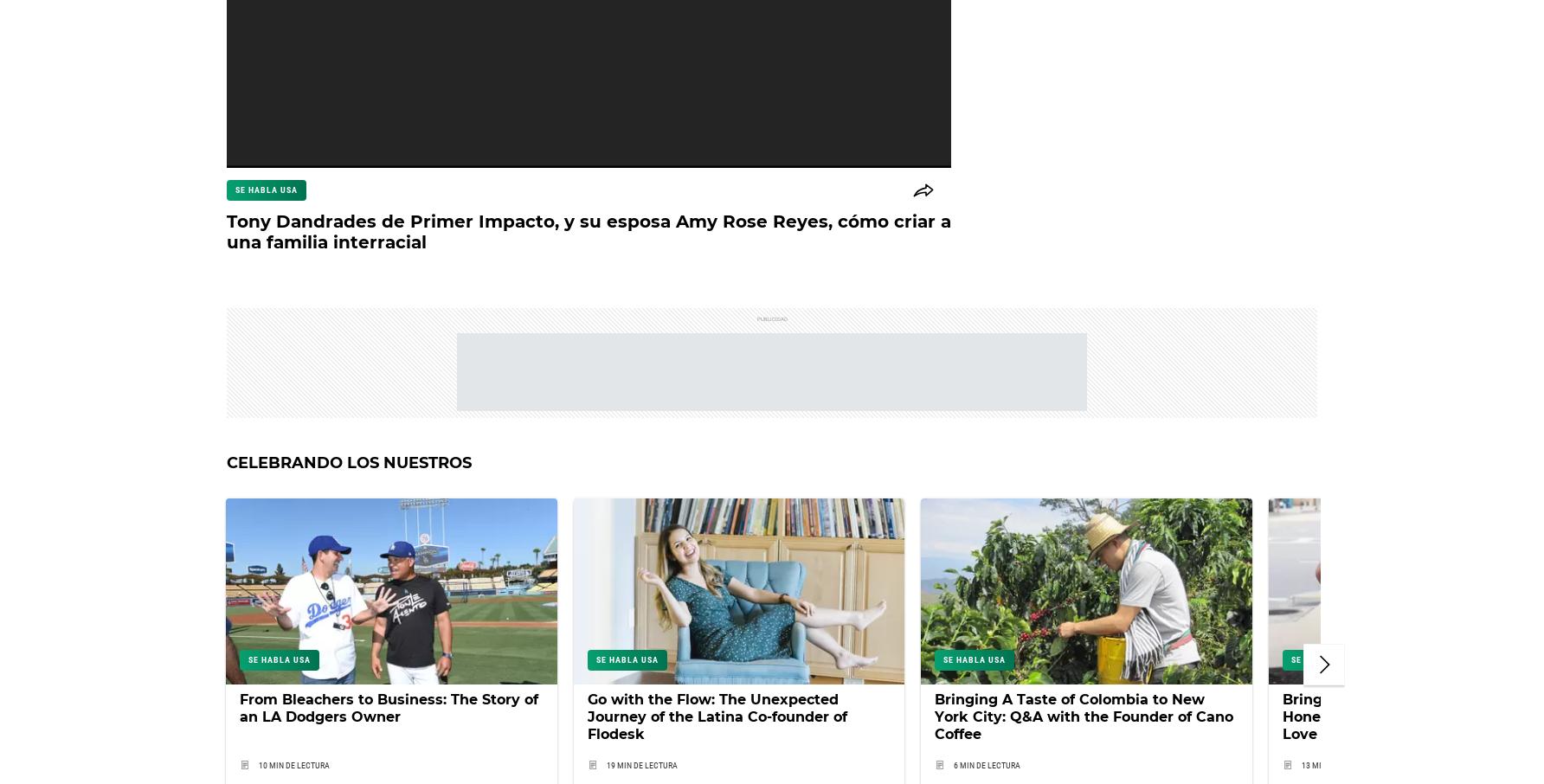  Describe the element at coordinates (715, 716) in the screenshot. I see `'Go with the Flow: The Unexpected Journey of the Latina Co-founder of Flodesk'` at that location.